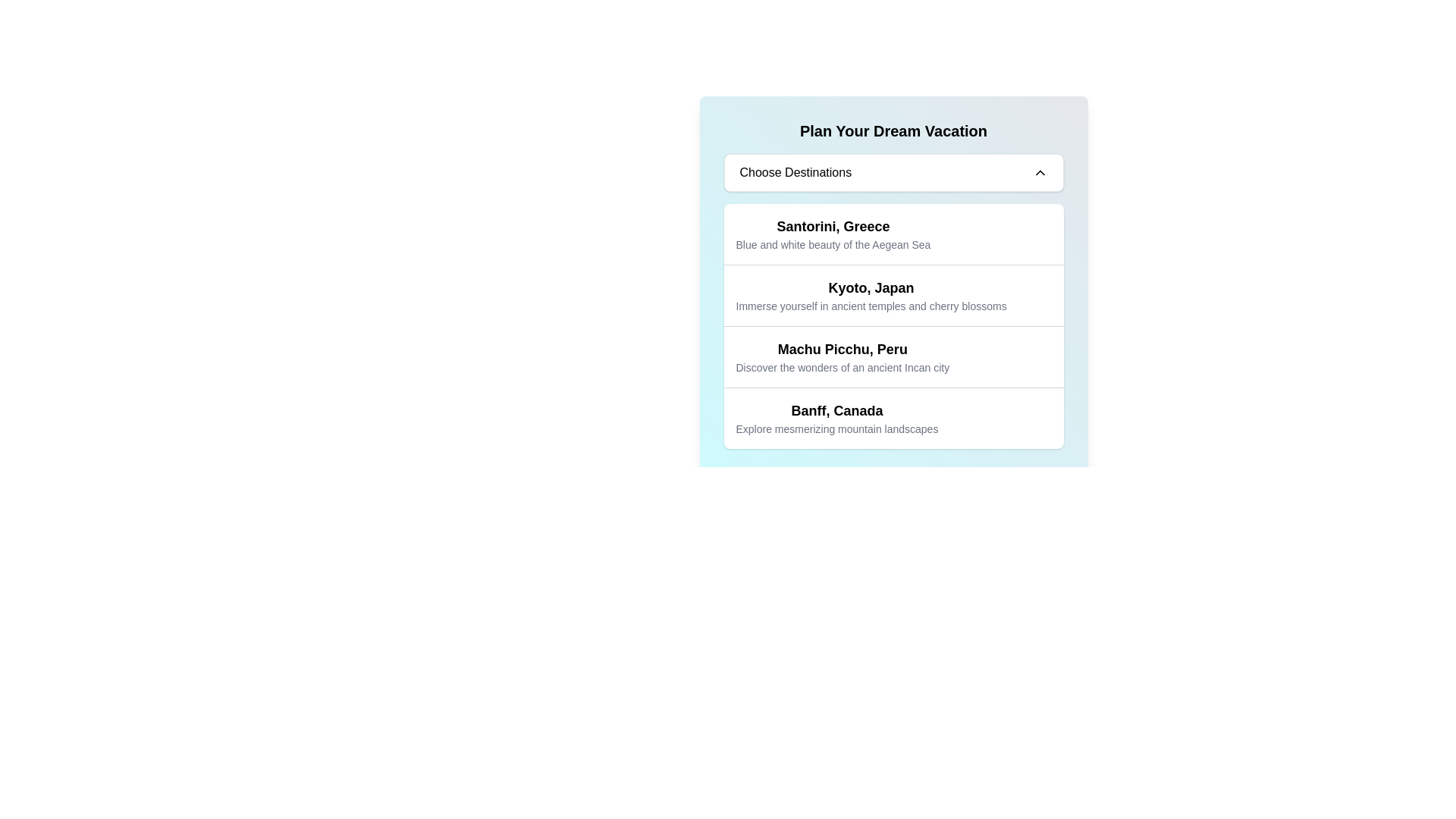 This screenshot has height=819, width=1456. What do you see at coordinates (833, 234) in the screenshot?
I see `the destination selection text element displaying 'Santorini, Greece'` at bounding box center [833, 234].